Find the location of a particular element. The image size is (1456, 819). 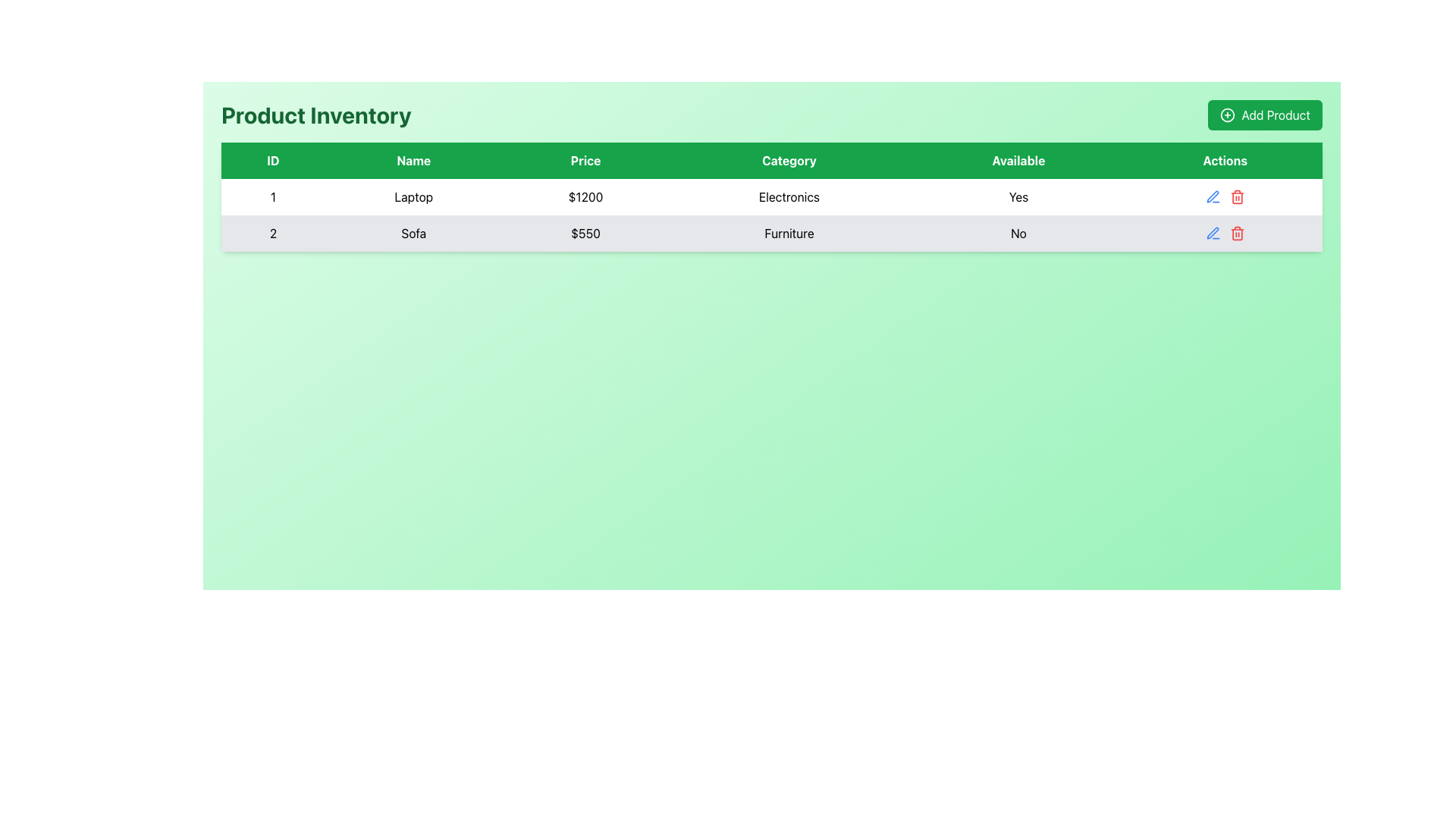

the first data row of the product inventory table is located at coordinates (771, 196).